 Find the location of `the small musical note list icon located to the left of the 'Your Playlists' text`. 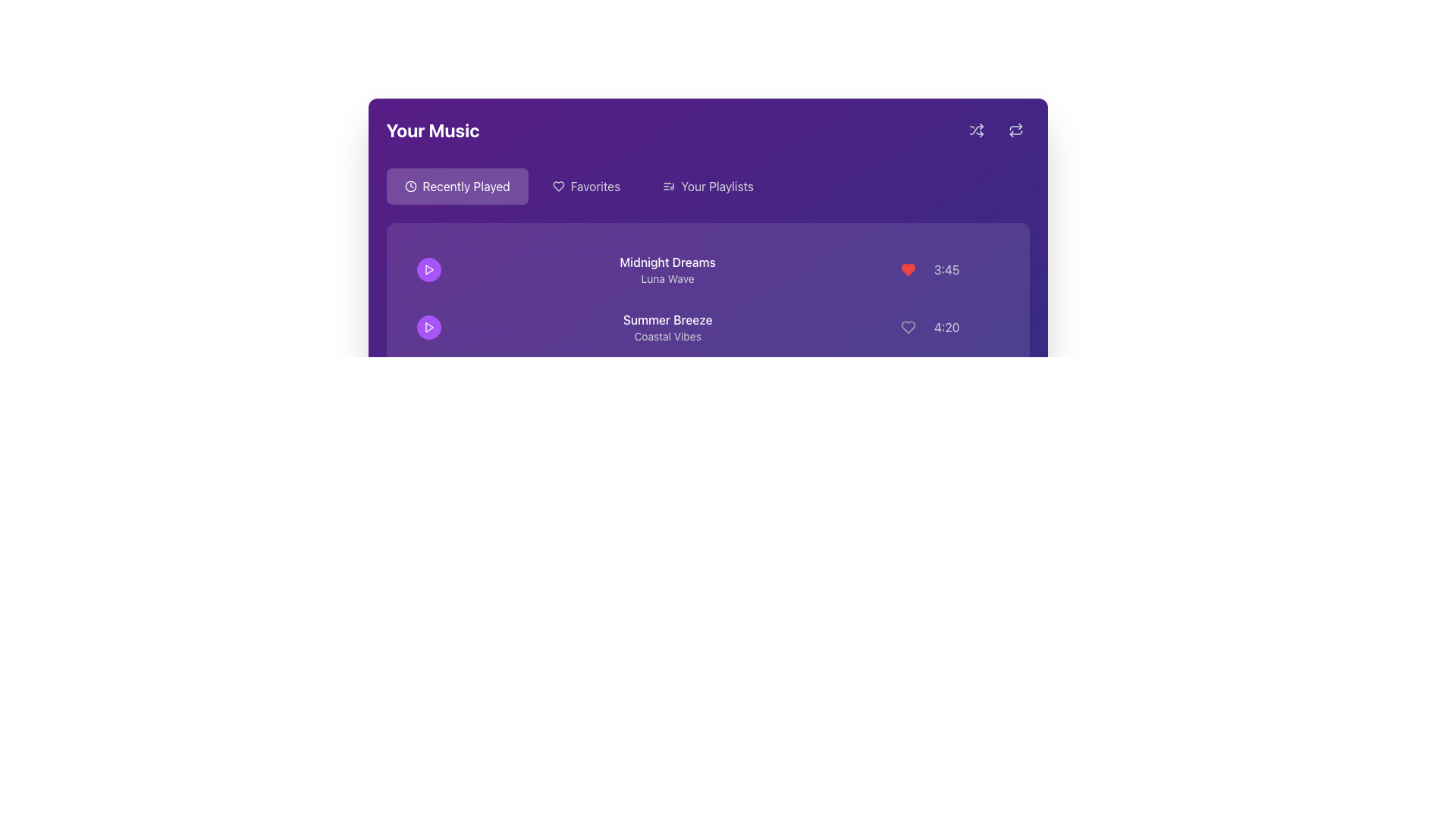

the small musical note list icon located to the left of the 'Your Playlists' text is located at coordinates (668, 186).